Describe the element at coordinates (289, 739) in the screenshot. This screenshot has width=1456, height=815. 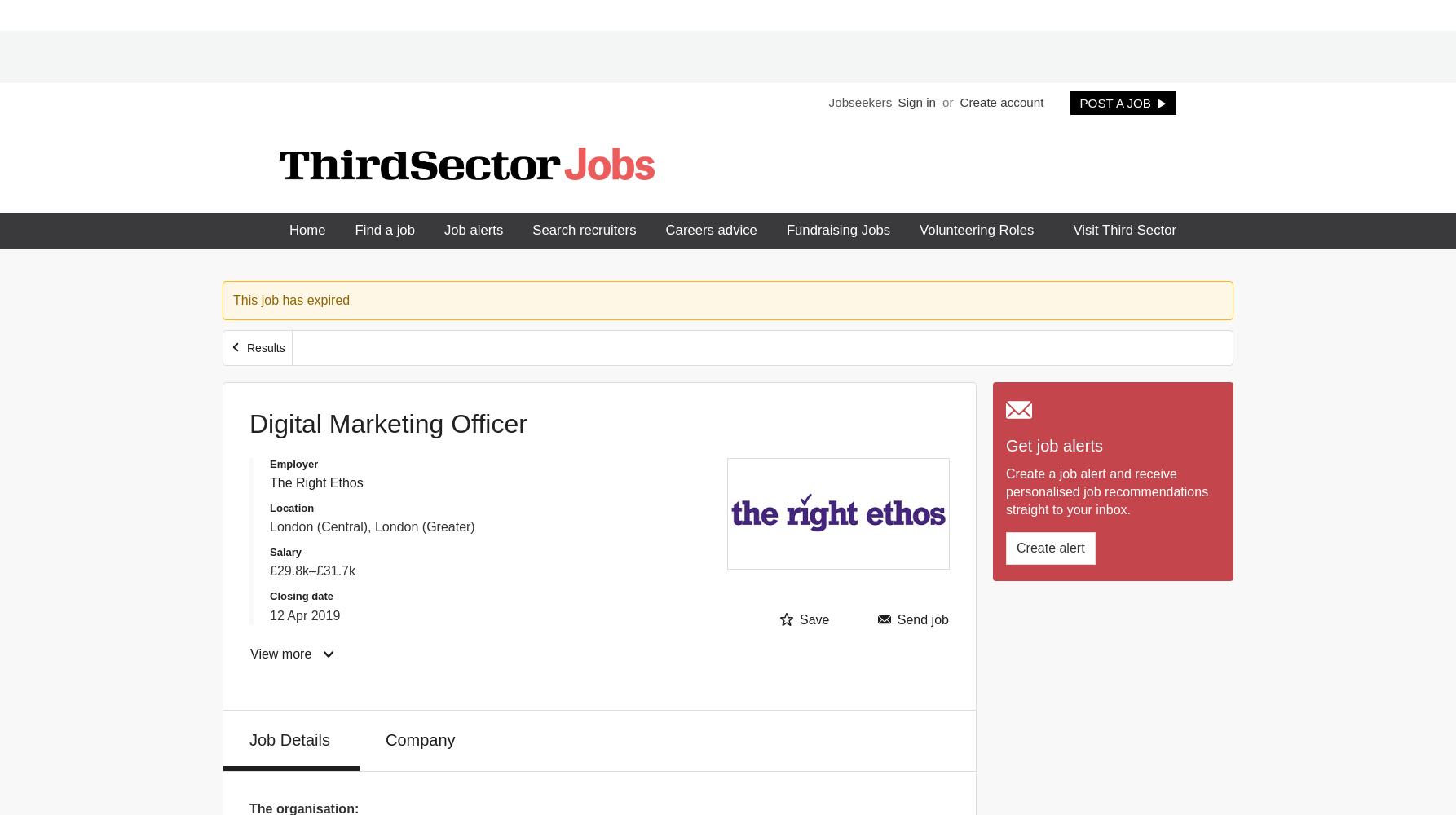
I see `'Job Details'` at that location.